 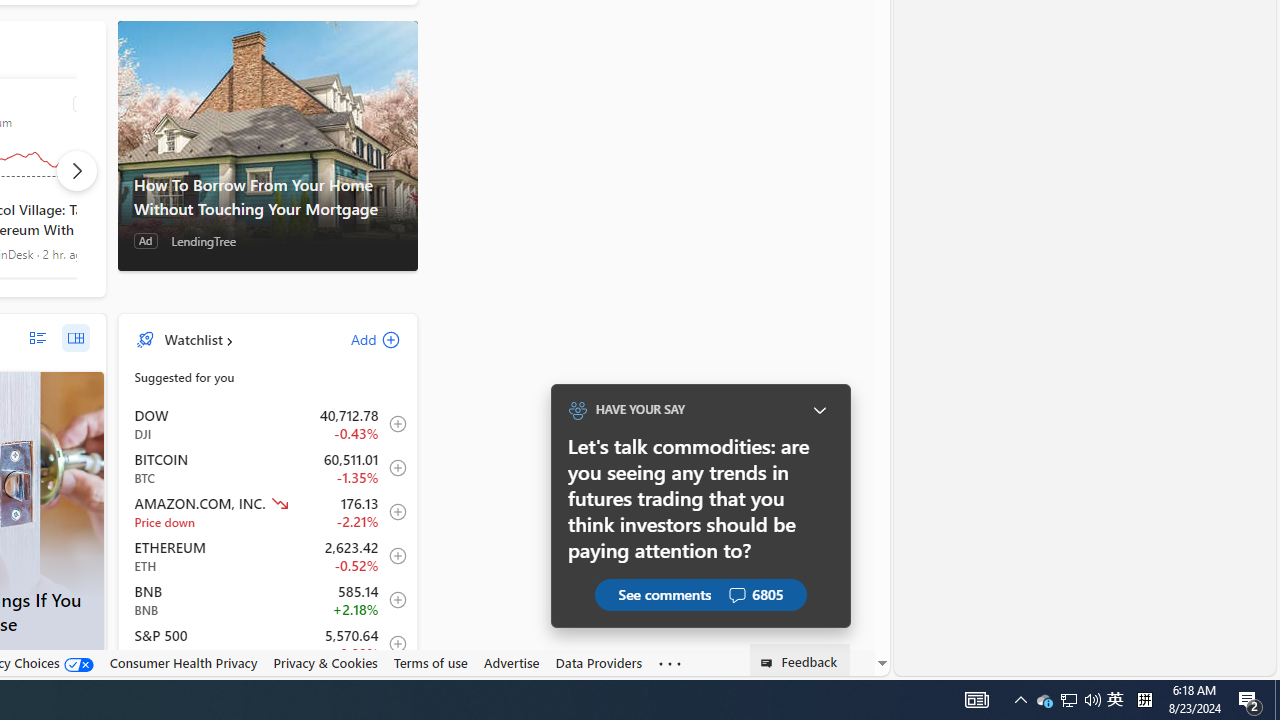 What do you see at coordinates (144, 240) in the screenshot?
I see `'Ad'` at bounding box center [144, 240].